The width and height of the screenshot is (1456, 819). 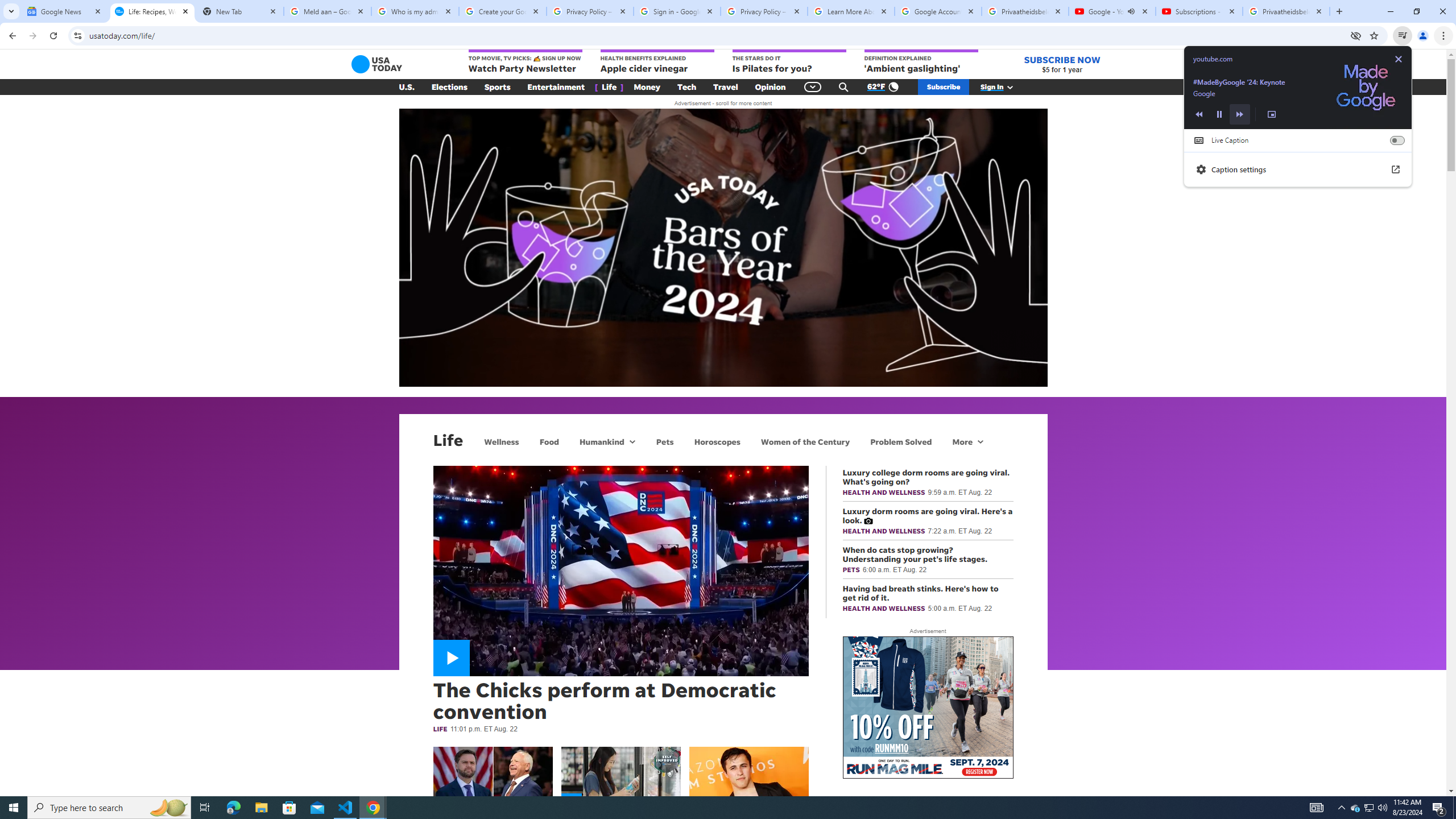 What do you see at coordinates (1381, 806) in the screenshot?
I see `'Q2790: 100%'` at bounding box center [1381, 806].